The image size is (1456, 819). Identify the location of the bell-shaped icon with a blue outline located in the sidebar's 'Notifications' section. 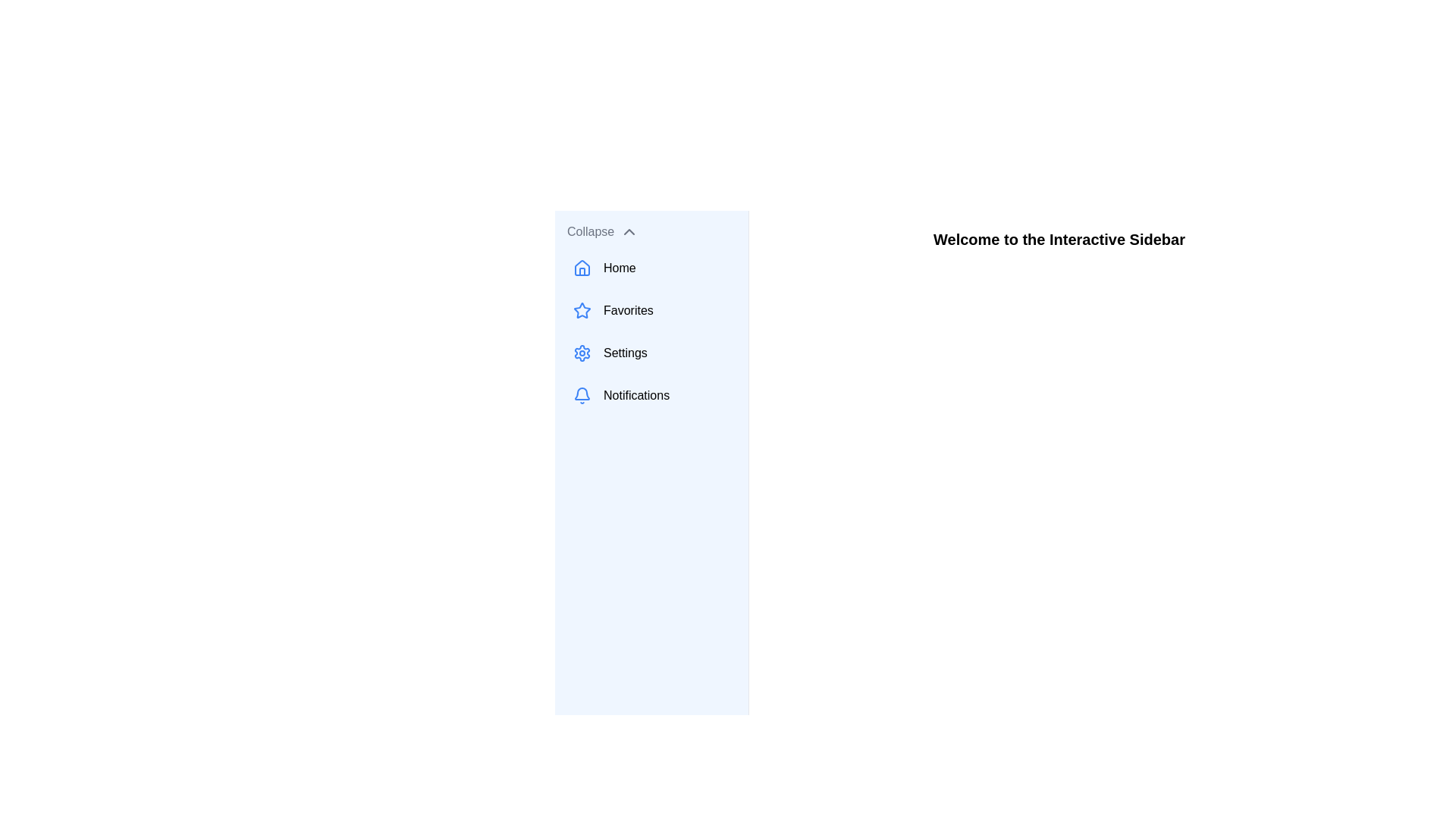
(582, 394).